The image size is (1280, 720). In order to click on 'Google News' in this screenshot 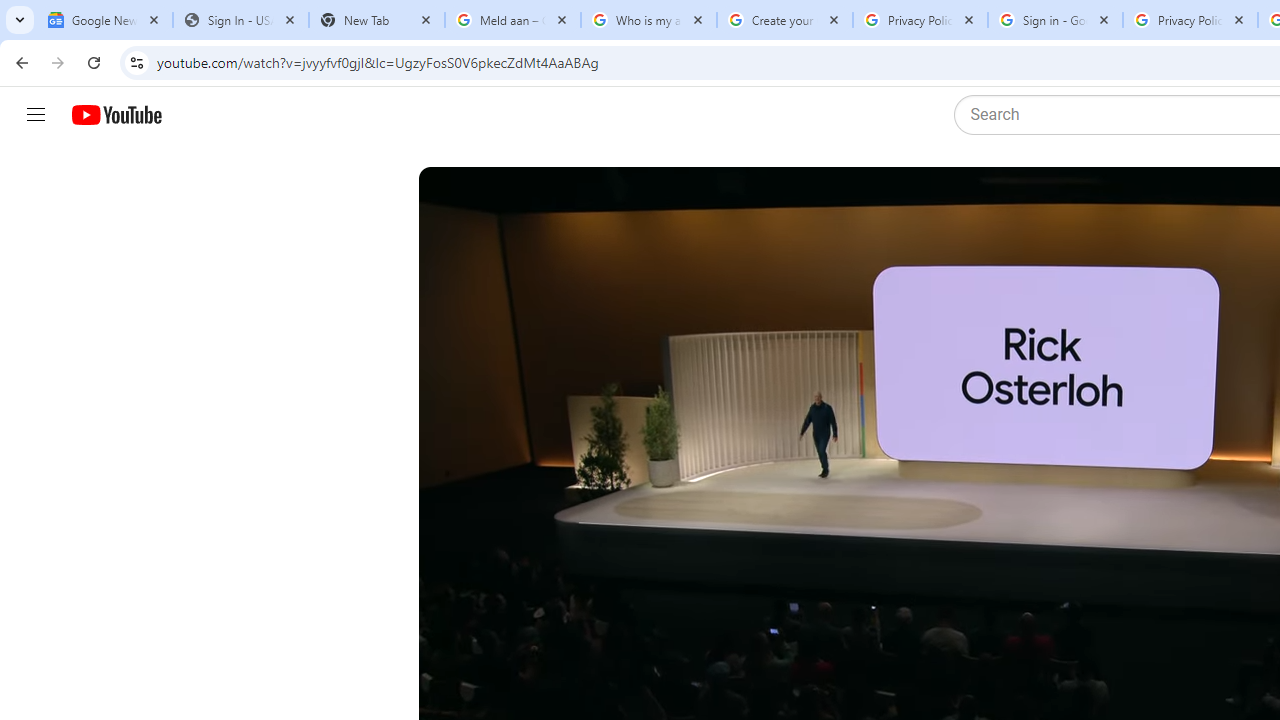, I will do `click(103, 20)`.